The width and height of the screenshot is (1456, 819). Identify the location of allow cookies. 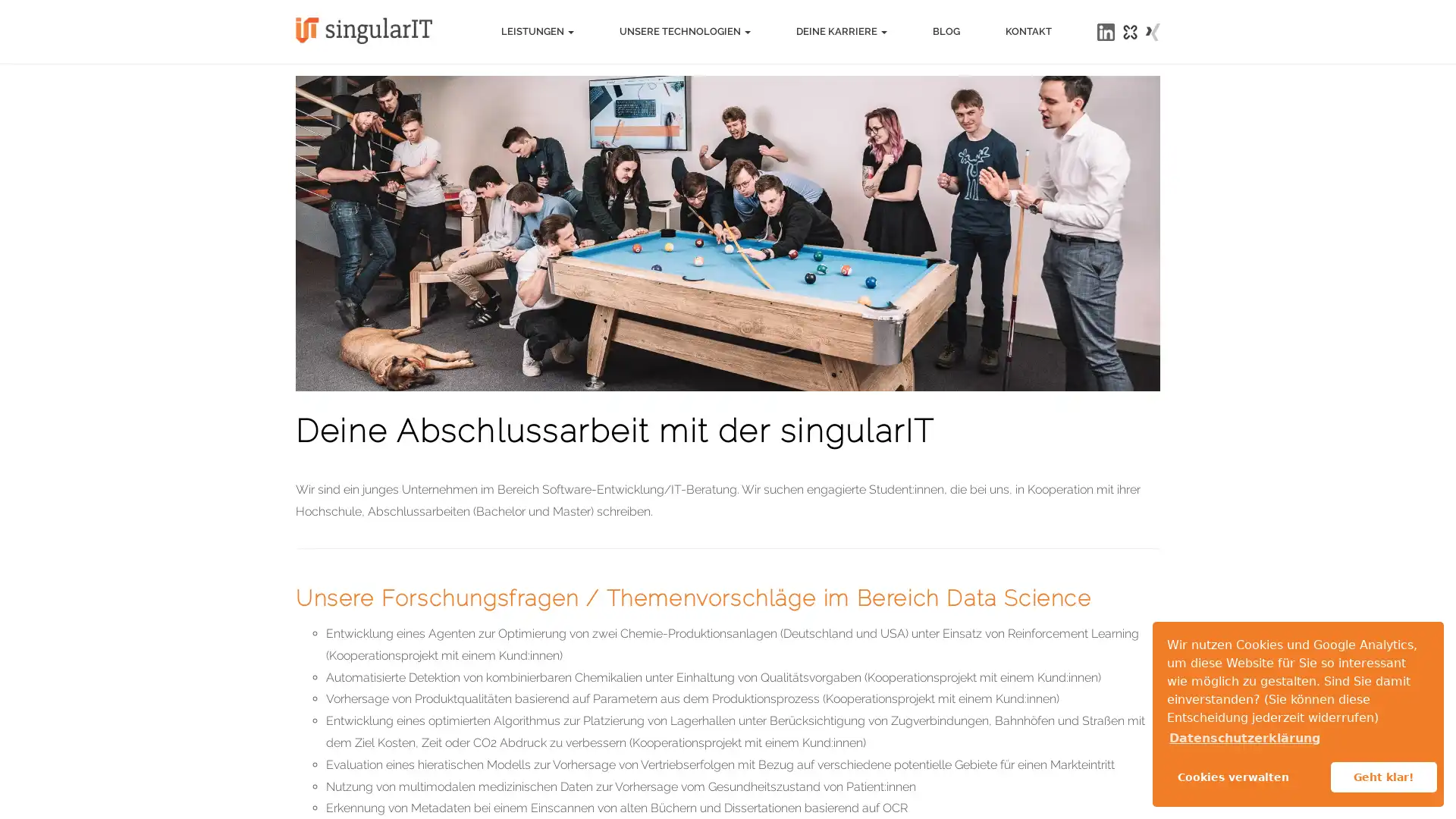
(1383, 777).